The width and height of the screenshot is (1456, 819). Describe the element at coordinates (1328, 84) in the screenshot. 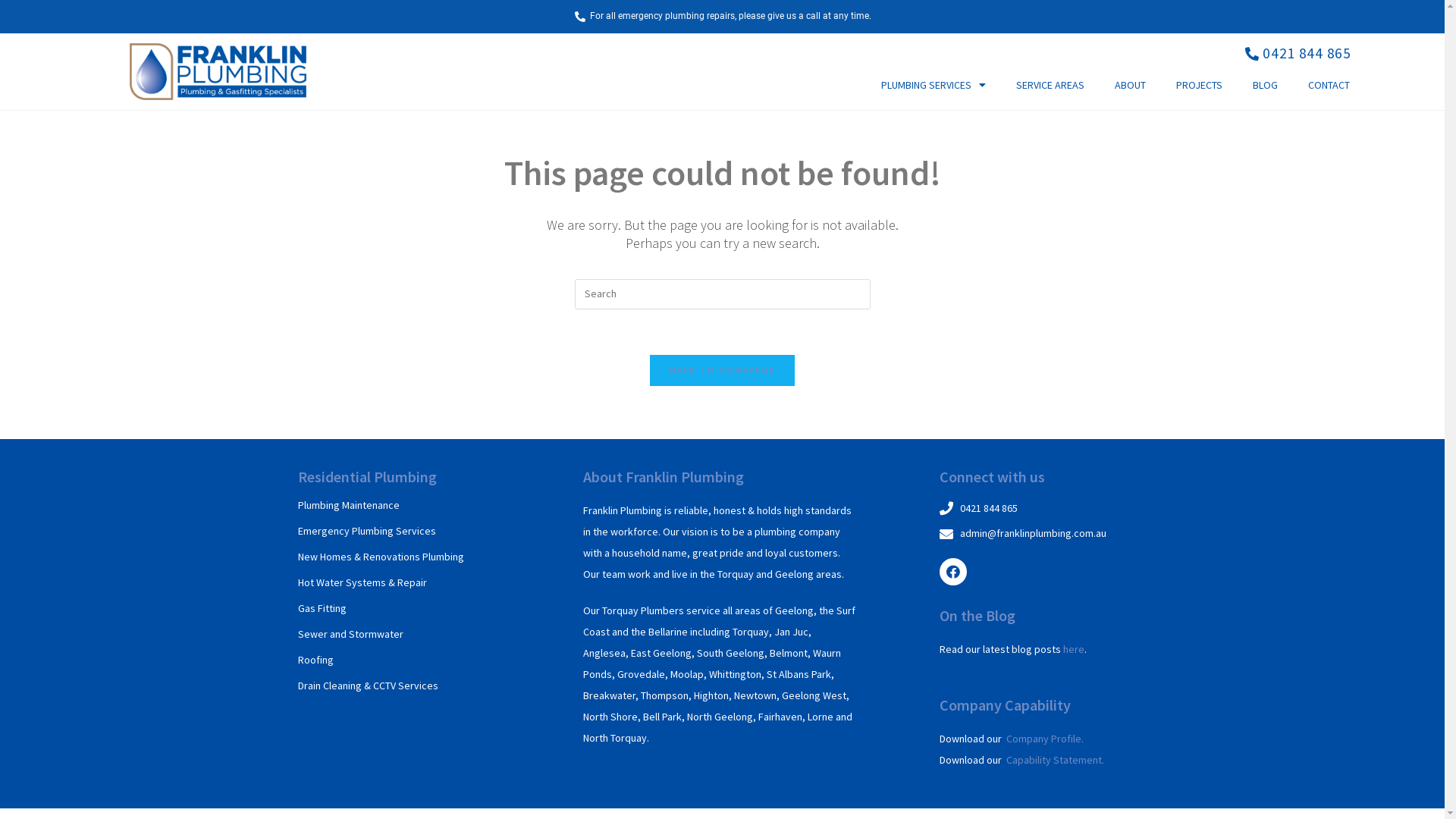

I see `'CONTACT'` at that location.